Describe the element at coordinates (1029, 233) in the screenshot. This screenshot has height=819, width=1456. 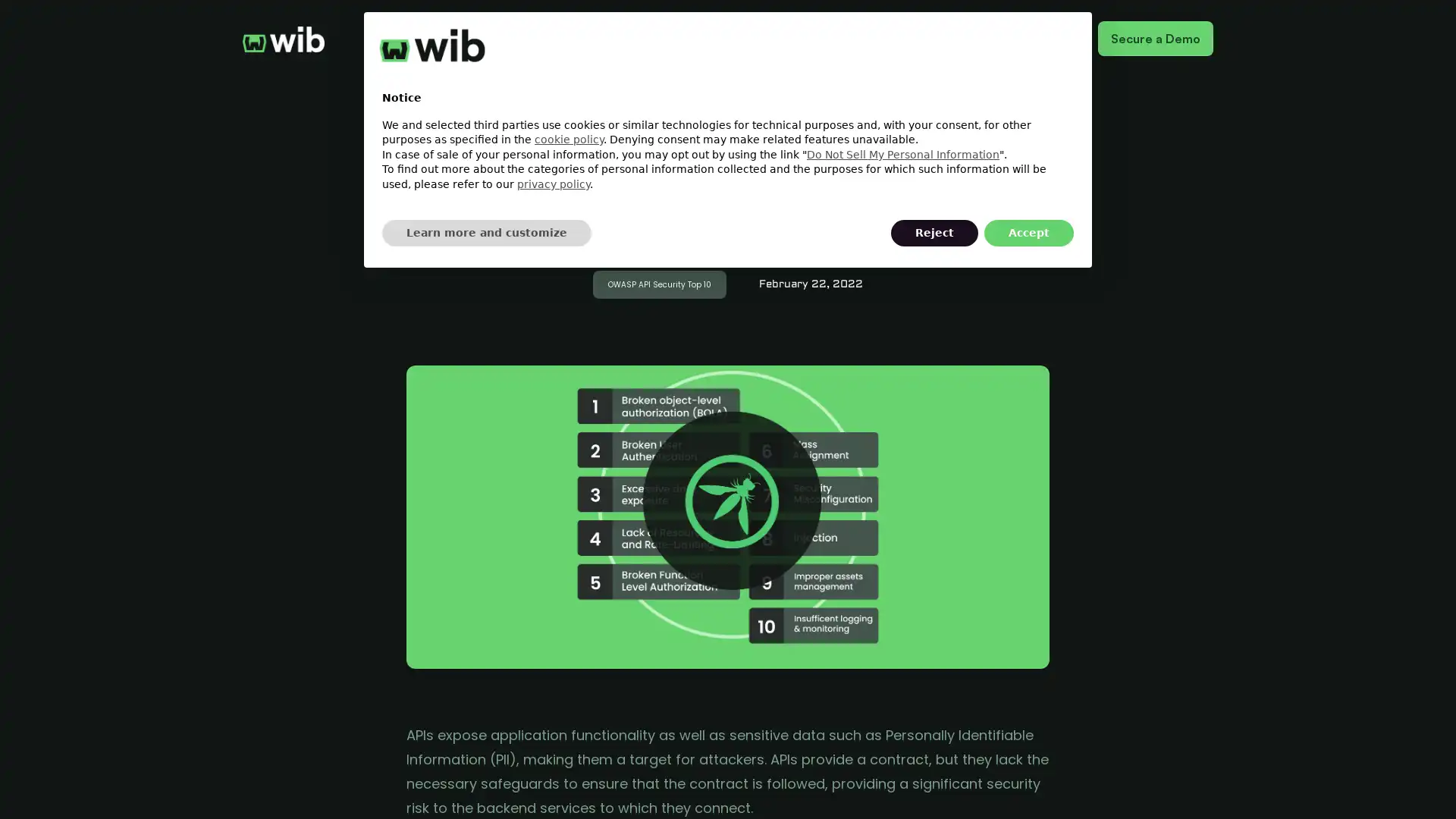
I see `Accept` at that location.